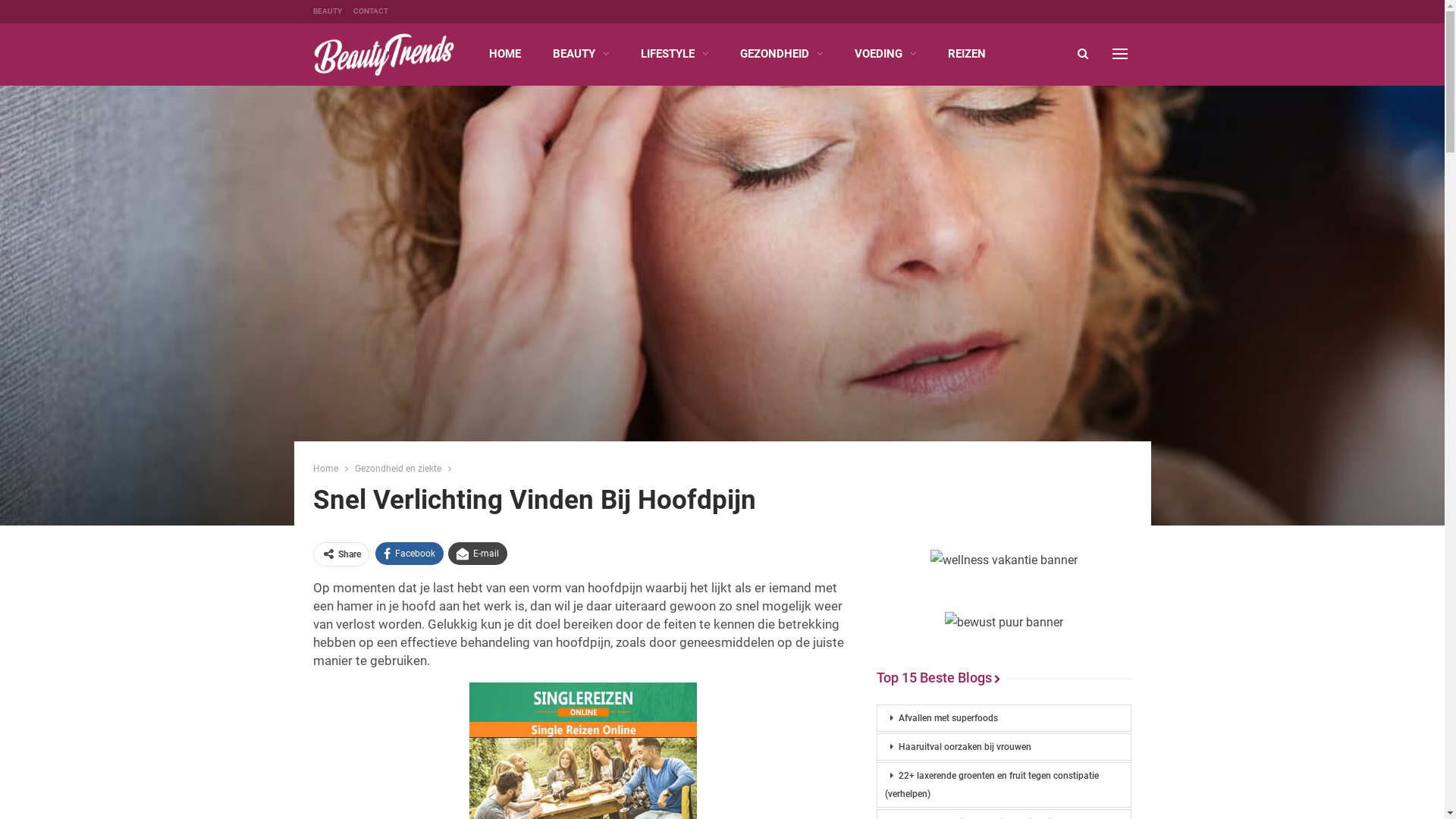 The width and height of the screenshot is (1456, 819). I want to click on 'VOEDING', so click(840, 52).